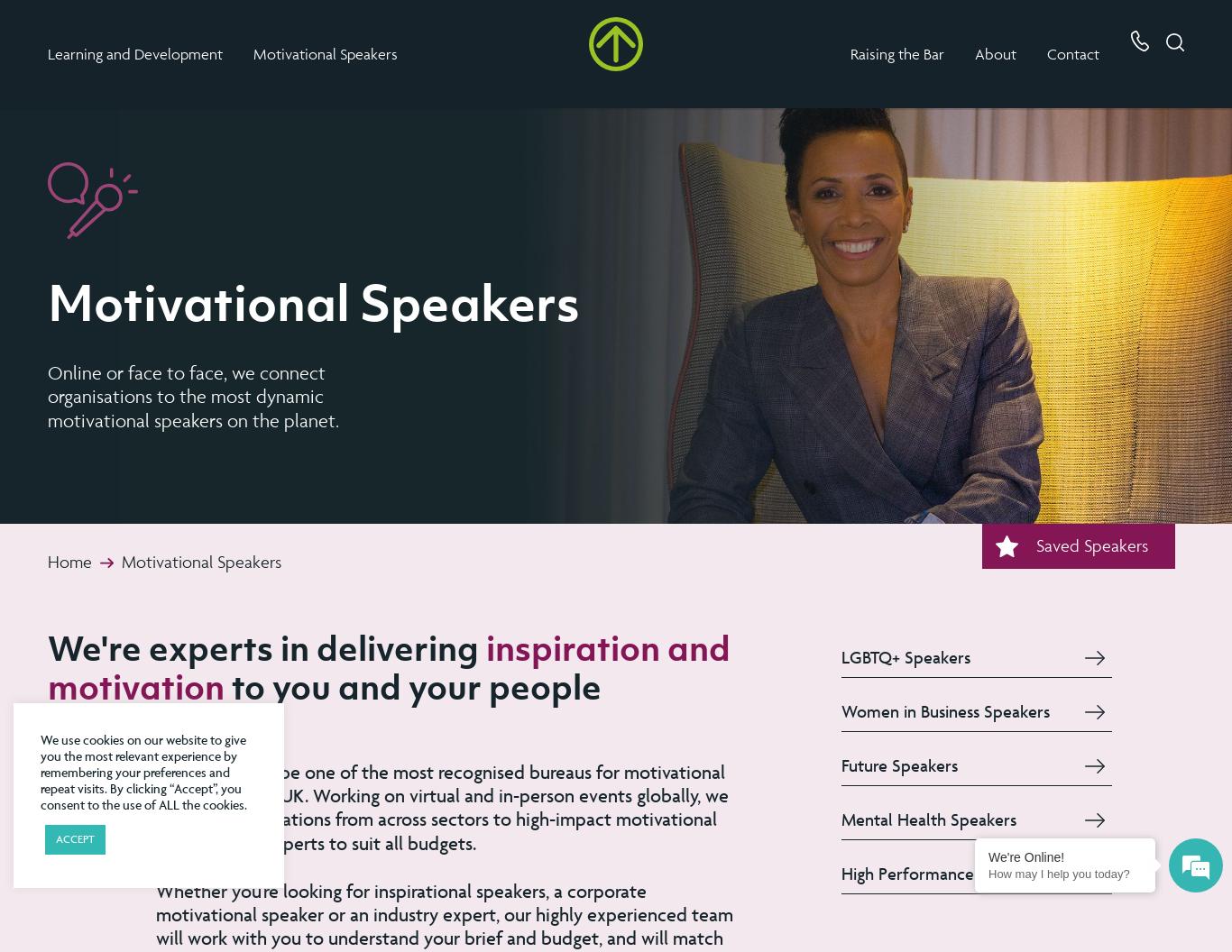 This screenshot has height=952, width=1232. Describe the element at coordinates (364, 53) in the screenshot. I see `'Speakers'` at that location.